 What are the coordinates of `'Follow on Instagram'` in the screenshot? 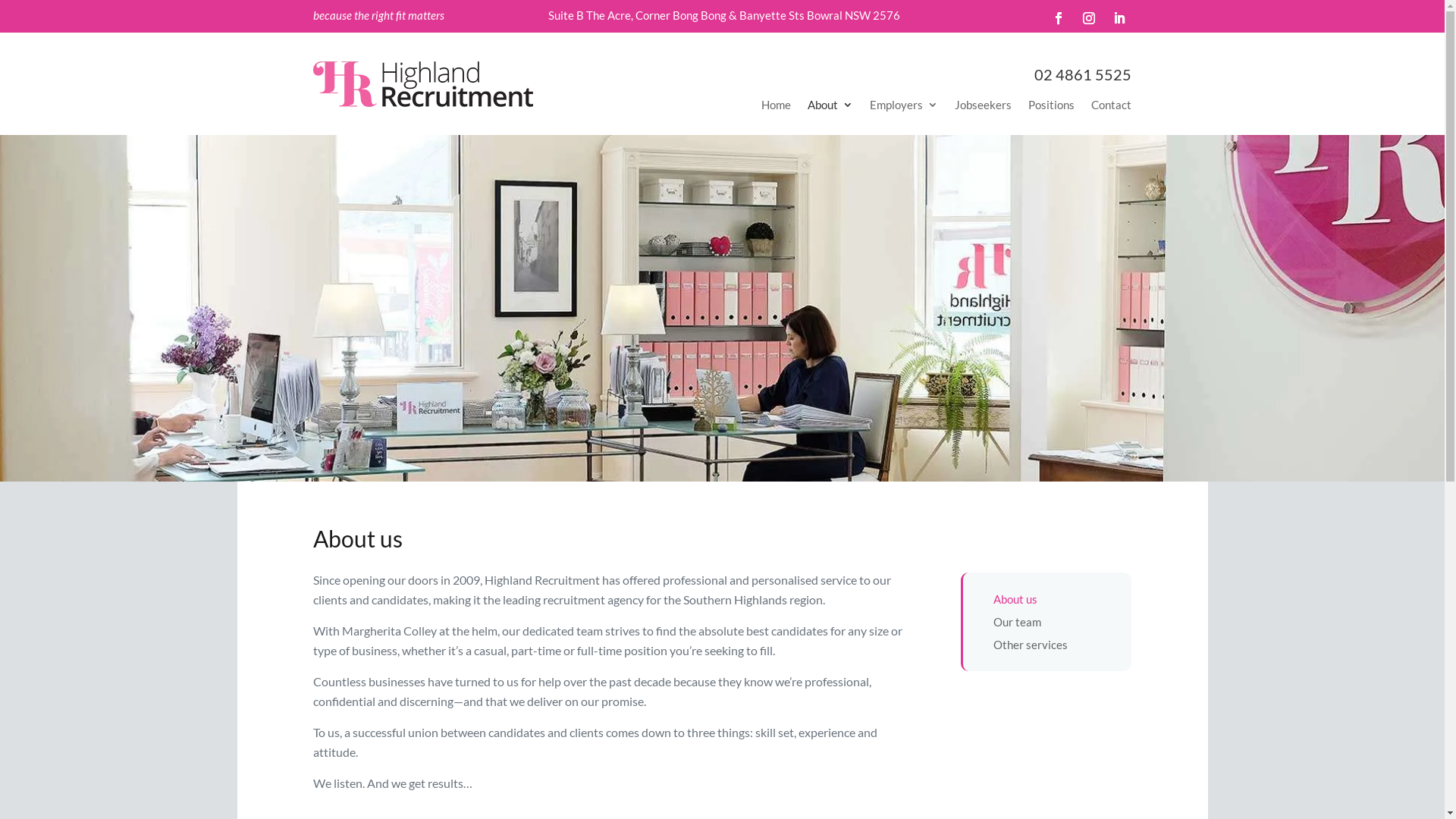 It's located at (1087, 17).